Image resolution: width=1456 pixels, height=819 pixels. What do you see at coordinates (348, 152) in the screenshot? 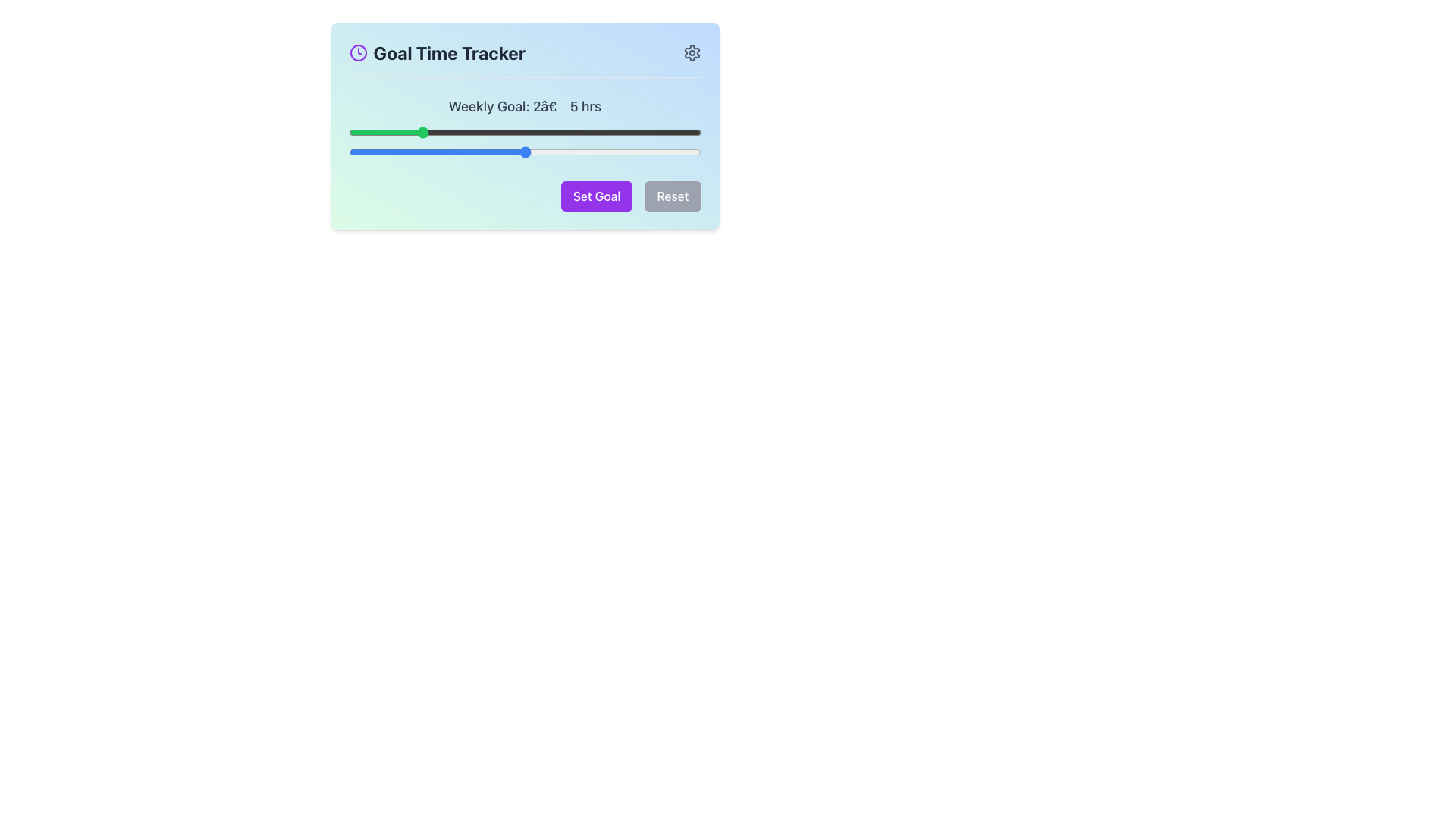
I see `the slider value` at bounding box center [348, 152].